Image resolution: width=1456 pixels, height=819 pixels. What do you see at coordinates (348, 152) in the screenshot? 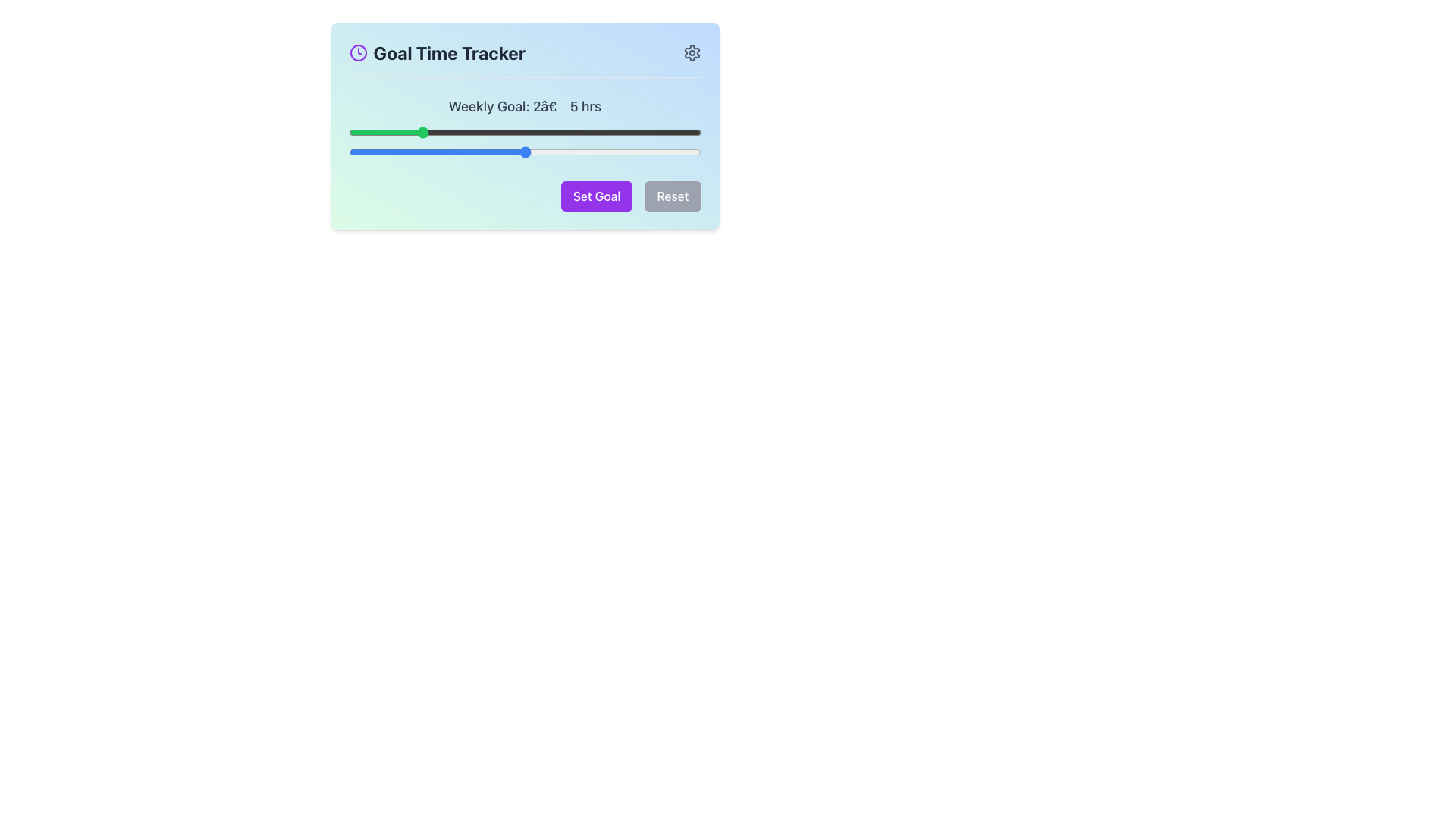
I see `the slider value` at bounding box center [348, 152].